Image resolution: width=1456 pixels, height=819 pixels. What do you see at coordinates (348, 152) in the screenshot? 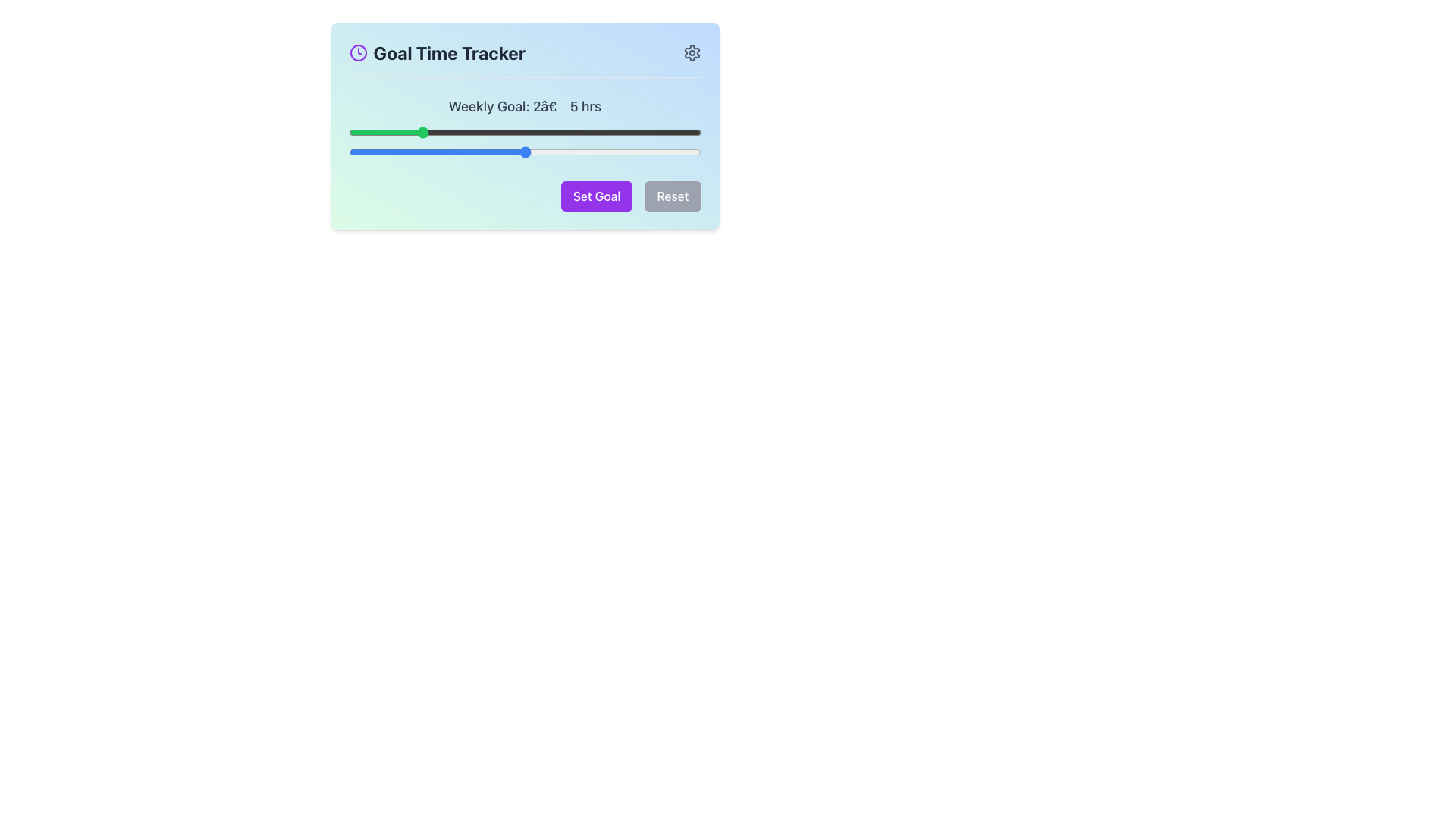
I see `the slider value` at bounding box center [348, 152].